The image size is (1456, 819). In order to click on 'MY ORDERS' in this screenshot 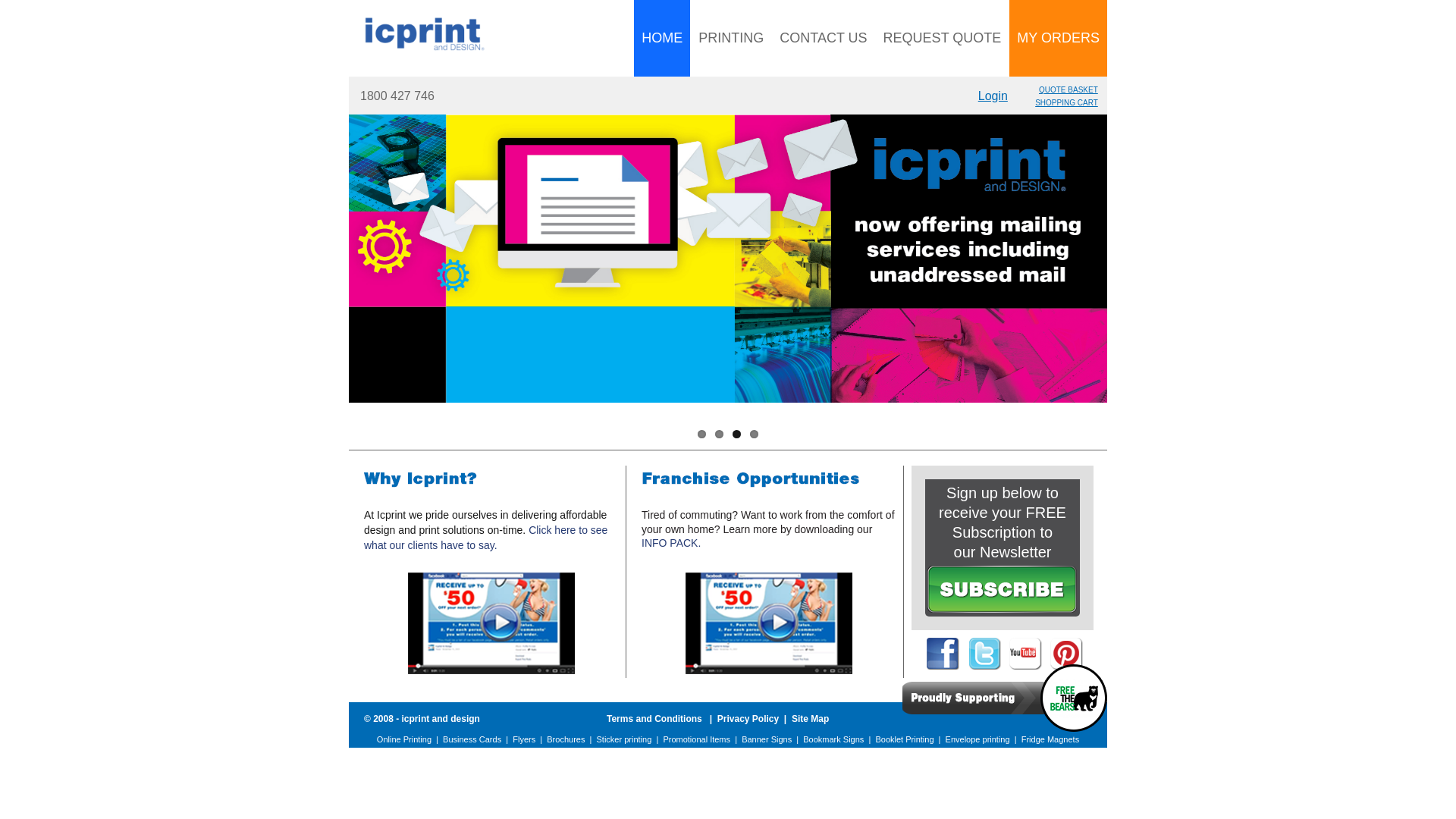, I will do `click(1057, 37)`.